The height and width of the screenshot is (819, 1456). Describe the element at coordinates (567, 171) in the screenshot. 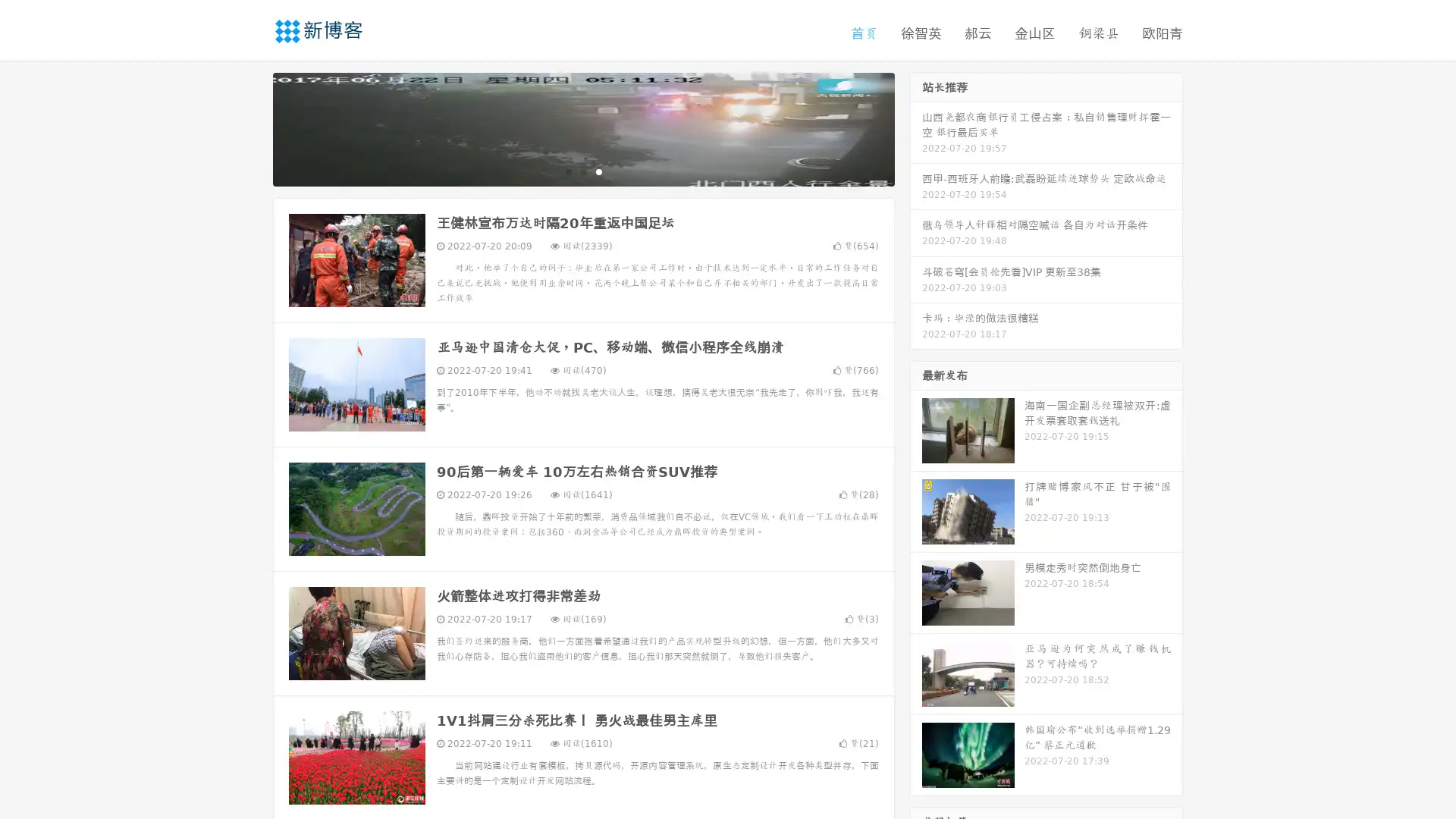

I see `Go to slide 1` at that location.